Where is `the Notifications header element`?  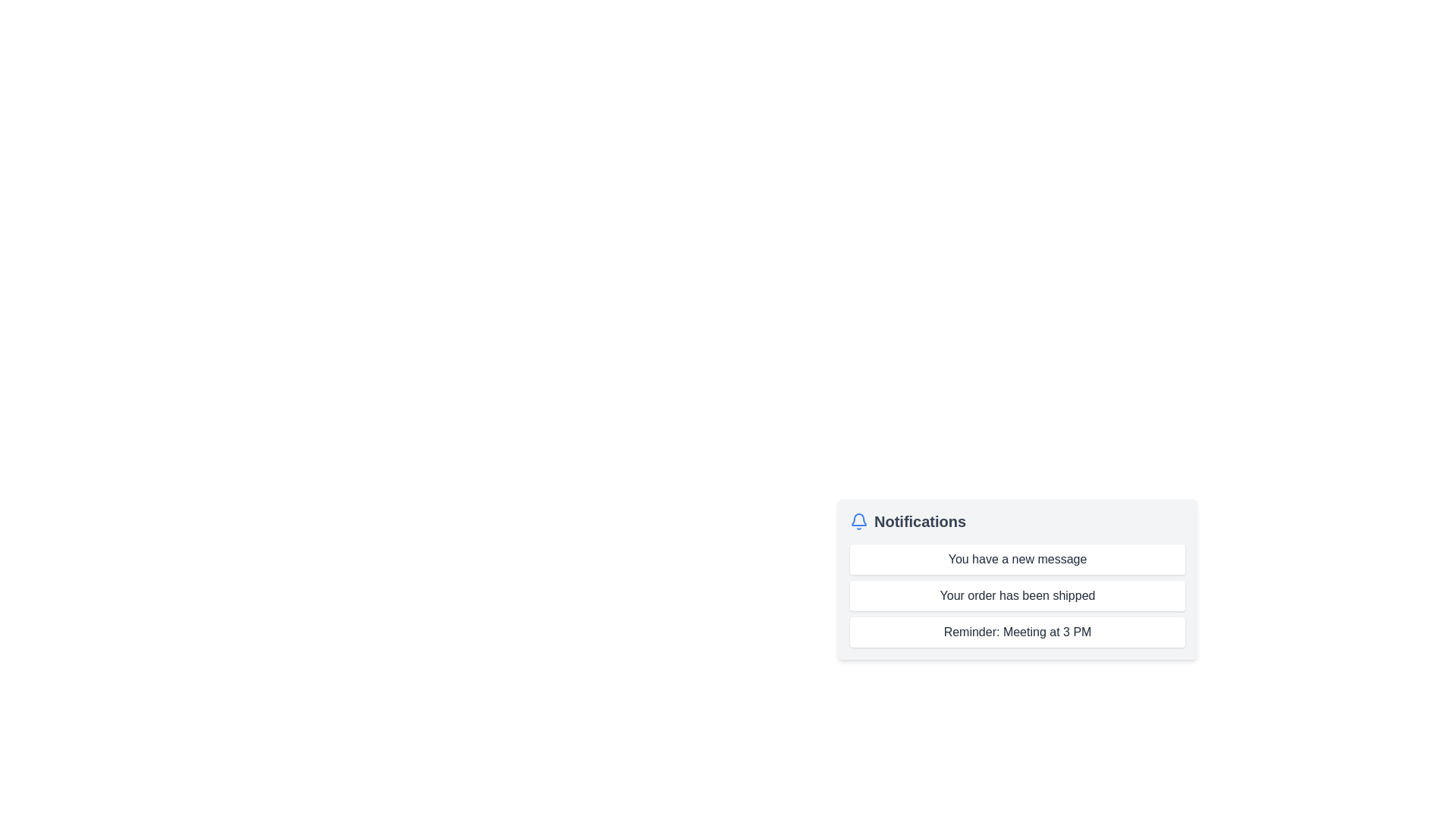
the Notifications header element is located at coordinates (1018, 520).